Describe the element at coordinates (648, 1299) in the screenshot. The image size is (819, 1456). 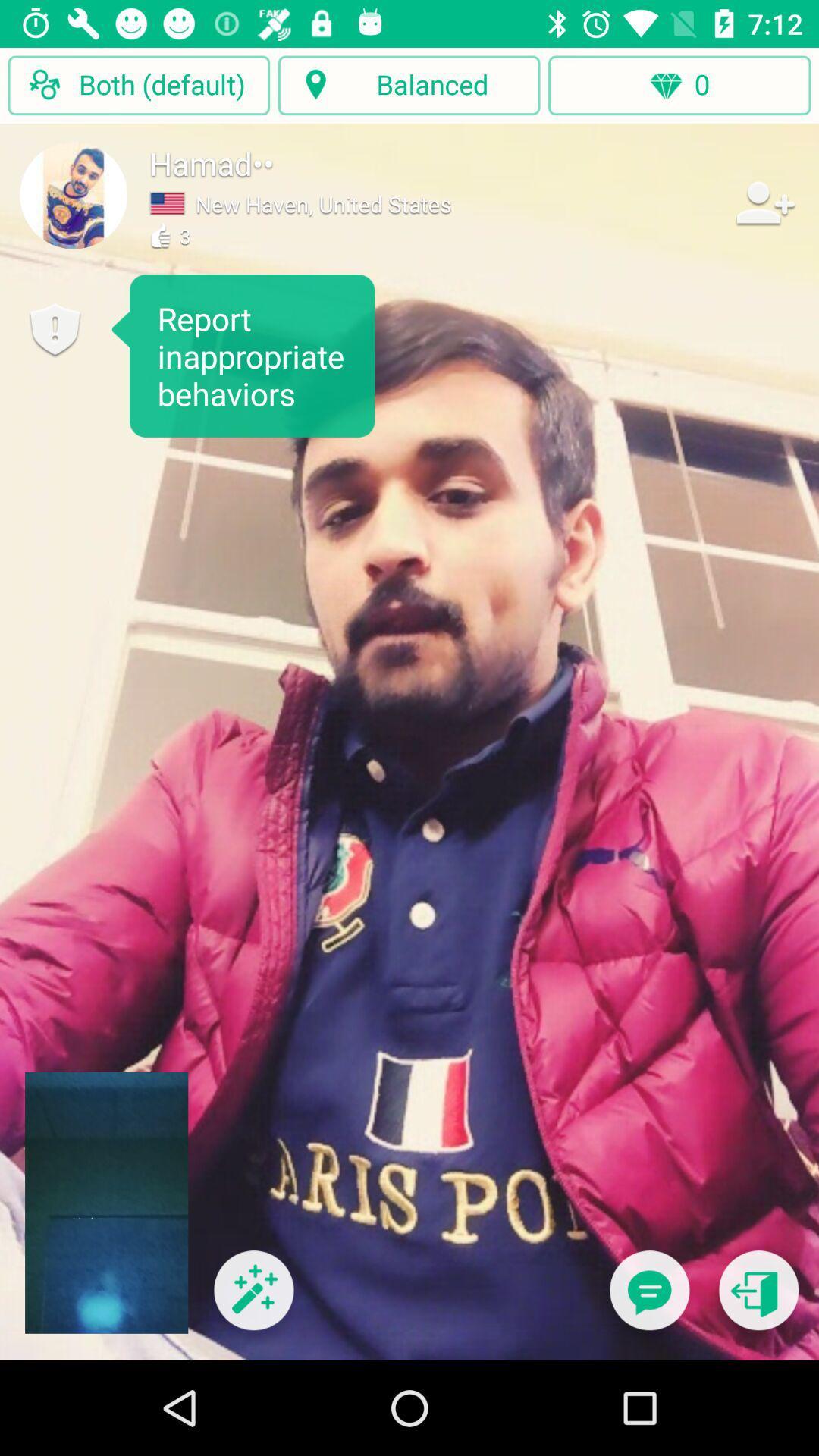
I see `open keyboard` at that location.